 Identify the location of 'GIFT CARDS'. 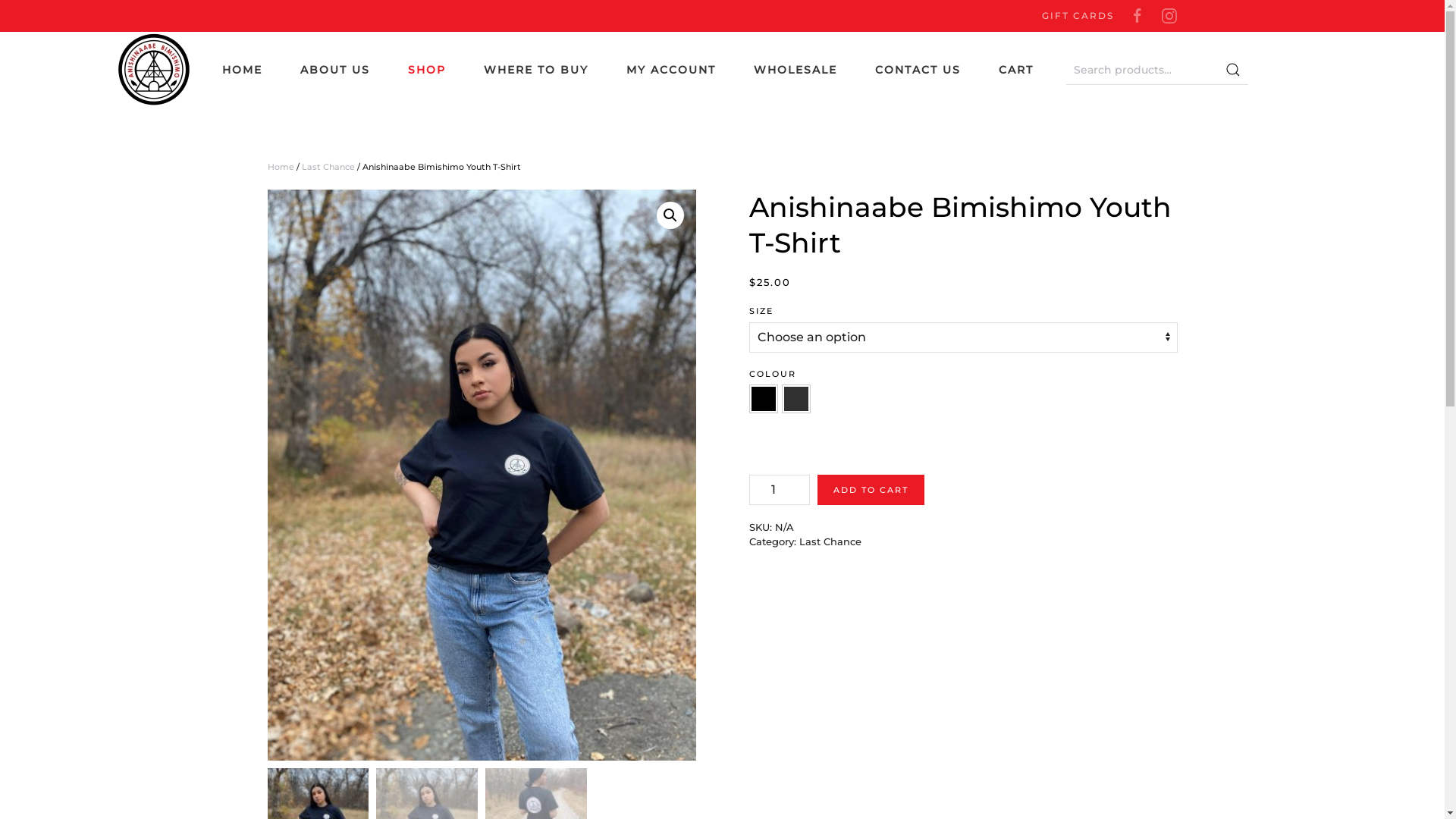
(1077, 15).